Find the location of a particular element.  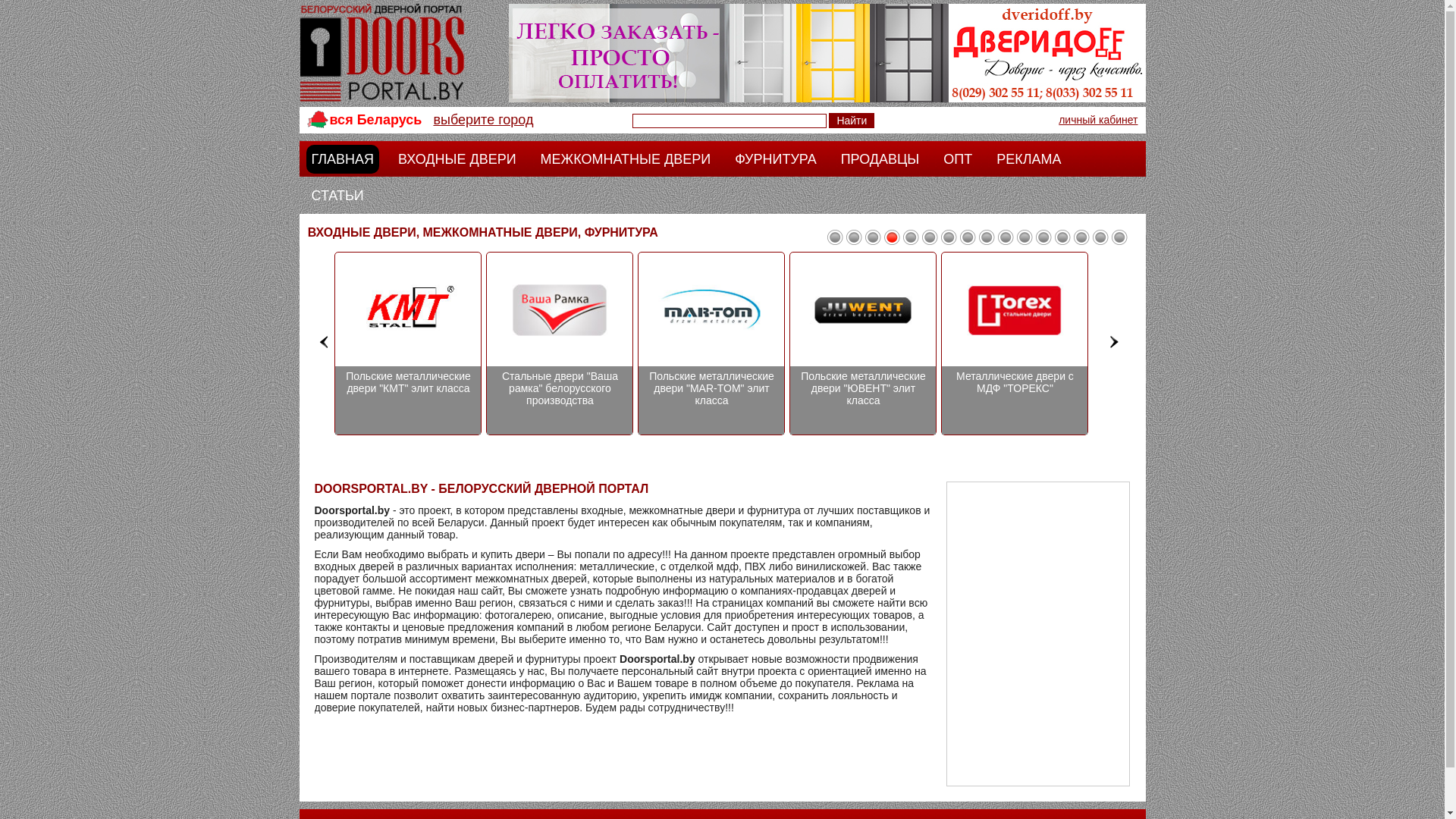

'<' is located at coordinates (323, 341).